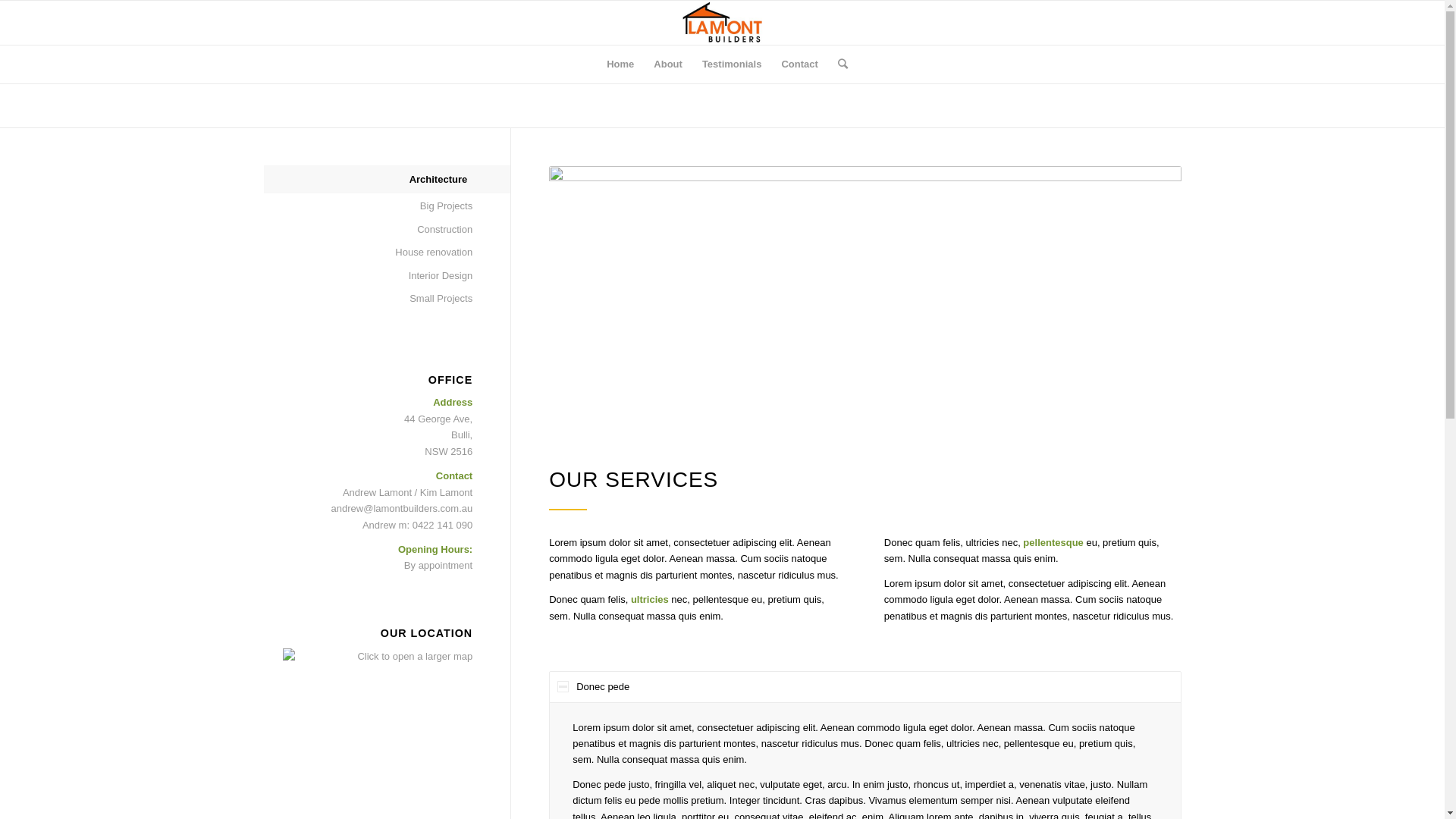 The width and height of the screenshot is (1456, 819). Describe the element at coordinates (368, 206) in the screenshot. I see `'Big Projects'` at that location.